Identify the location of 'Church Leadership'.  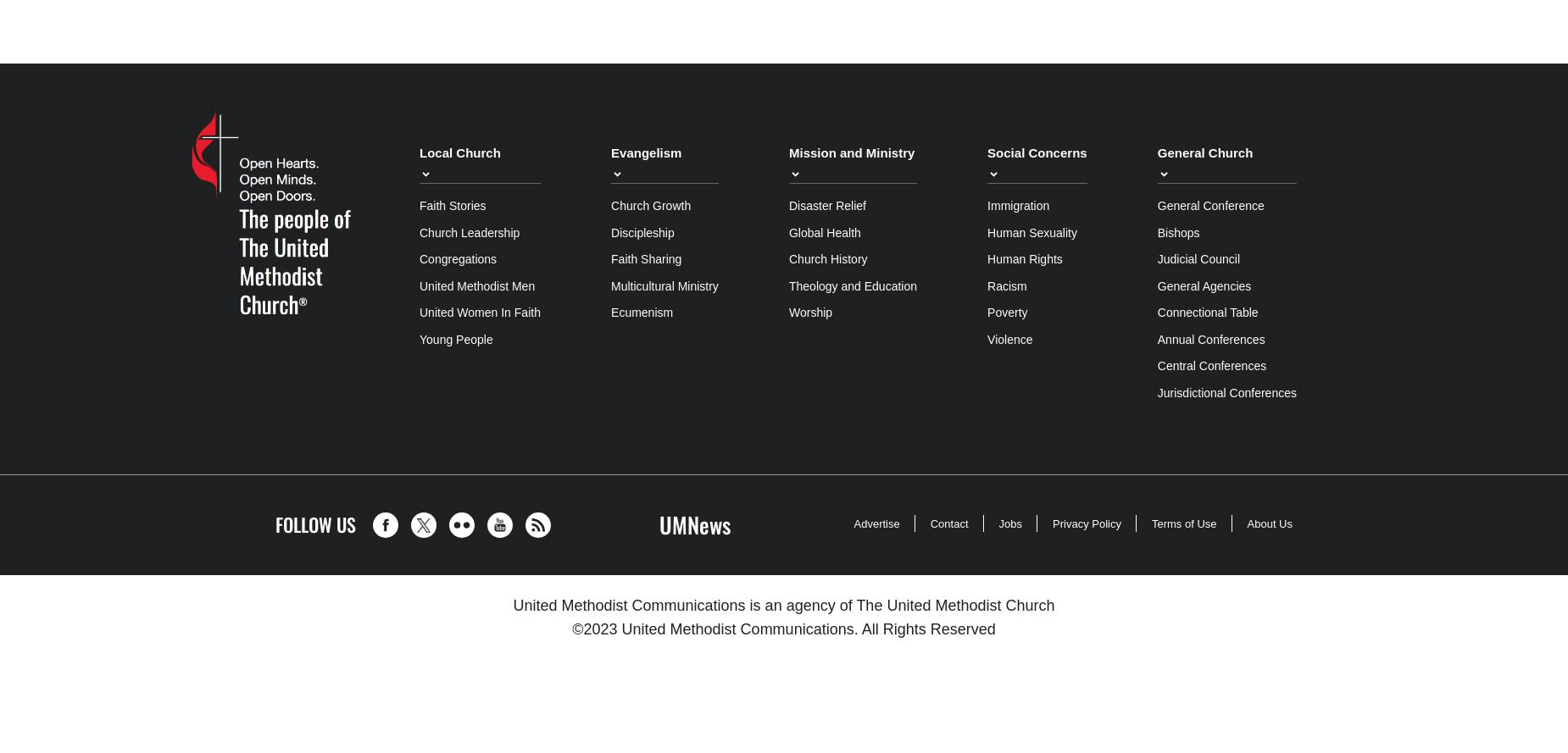
(470, 231).